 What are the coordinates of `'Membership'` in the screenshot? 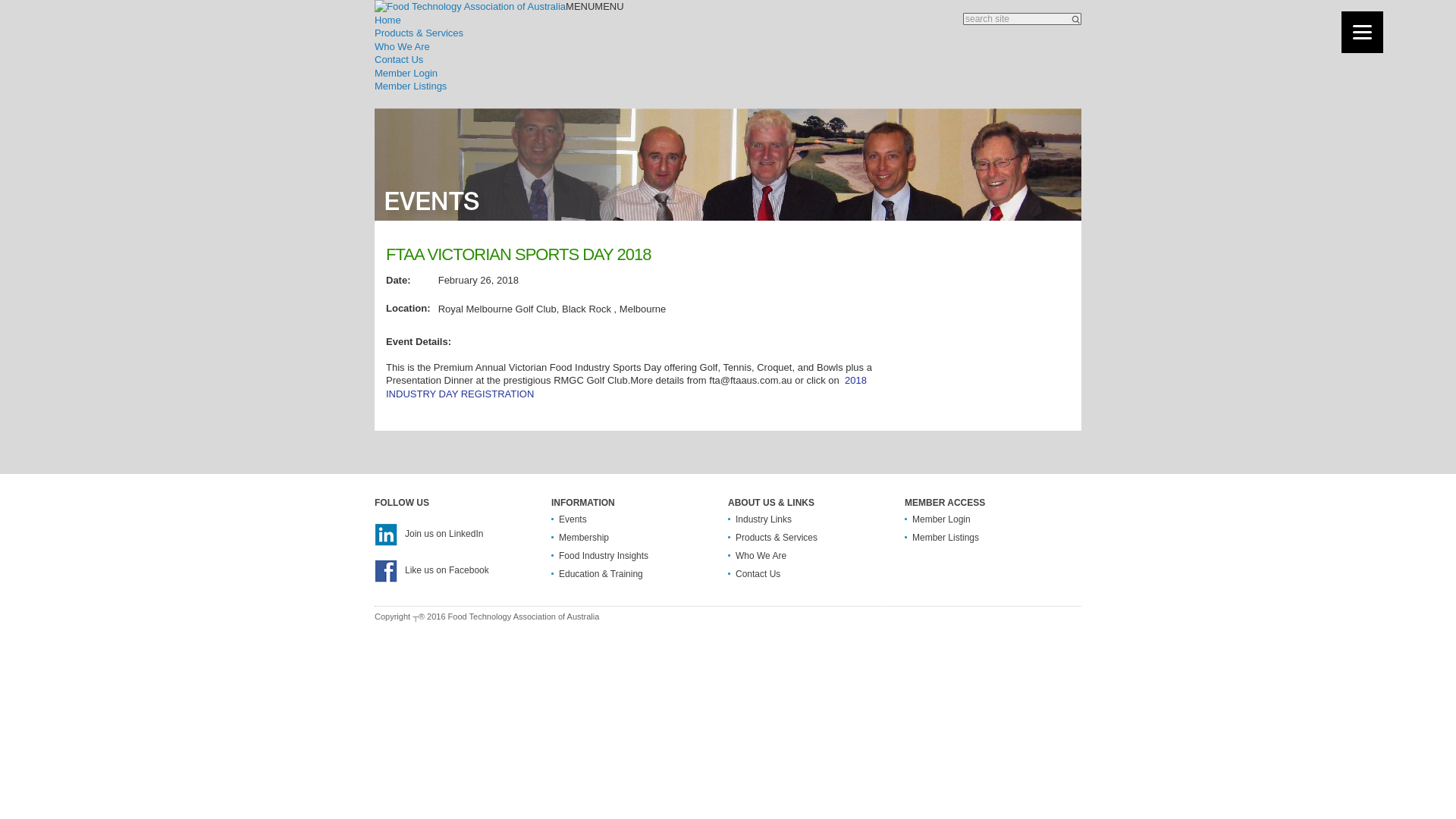 It's located at (582, 537).